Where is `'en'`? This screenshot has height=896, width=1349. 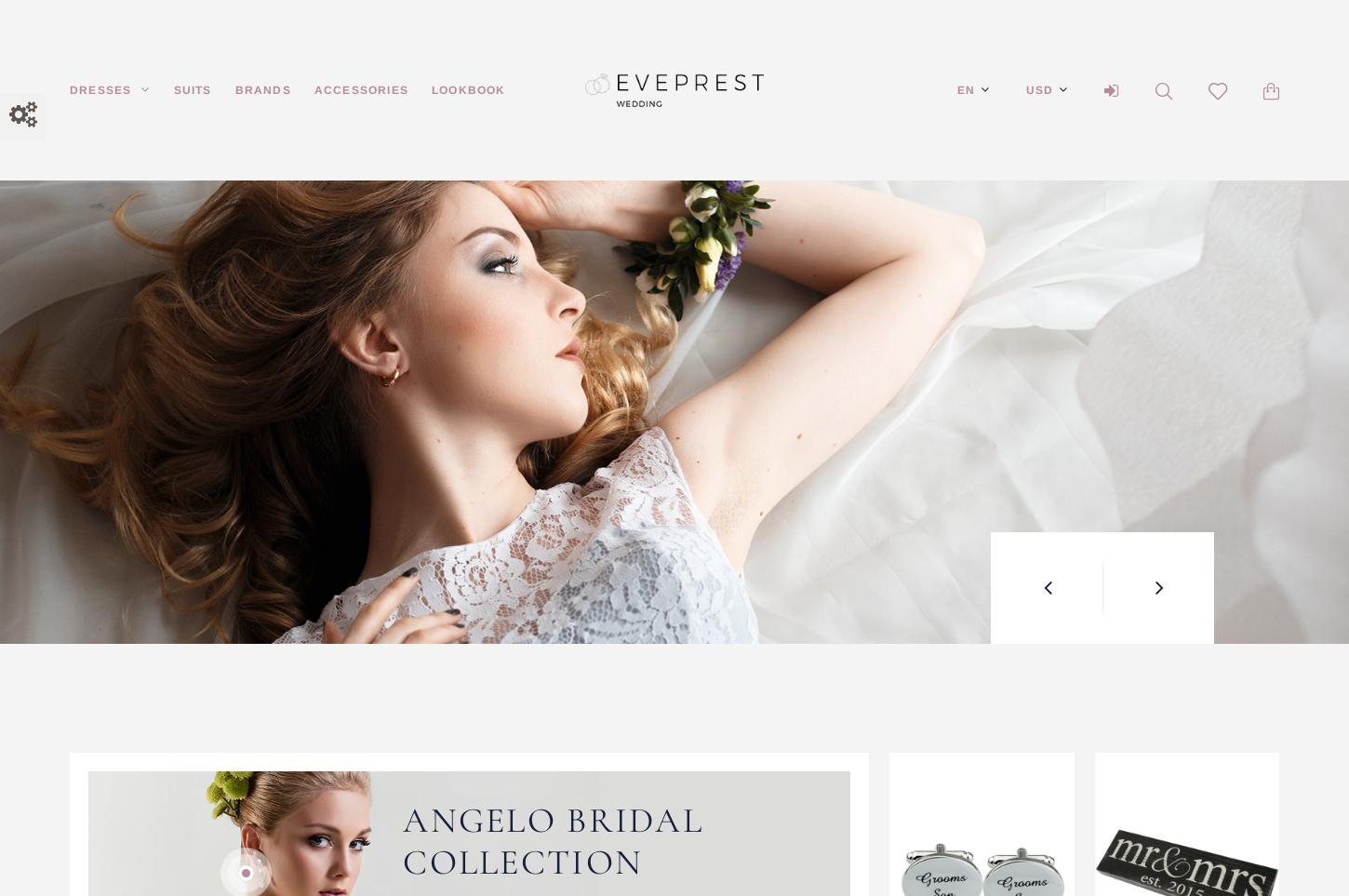 'en' is located at coordinates (966, 88).